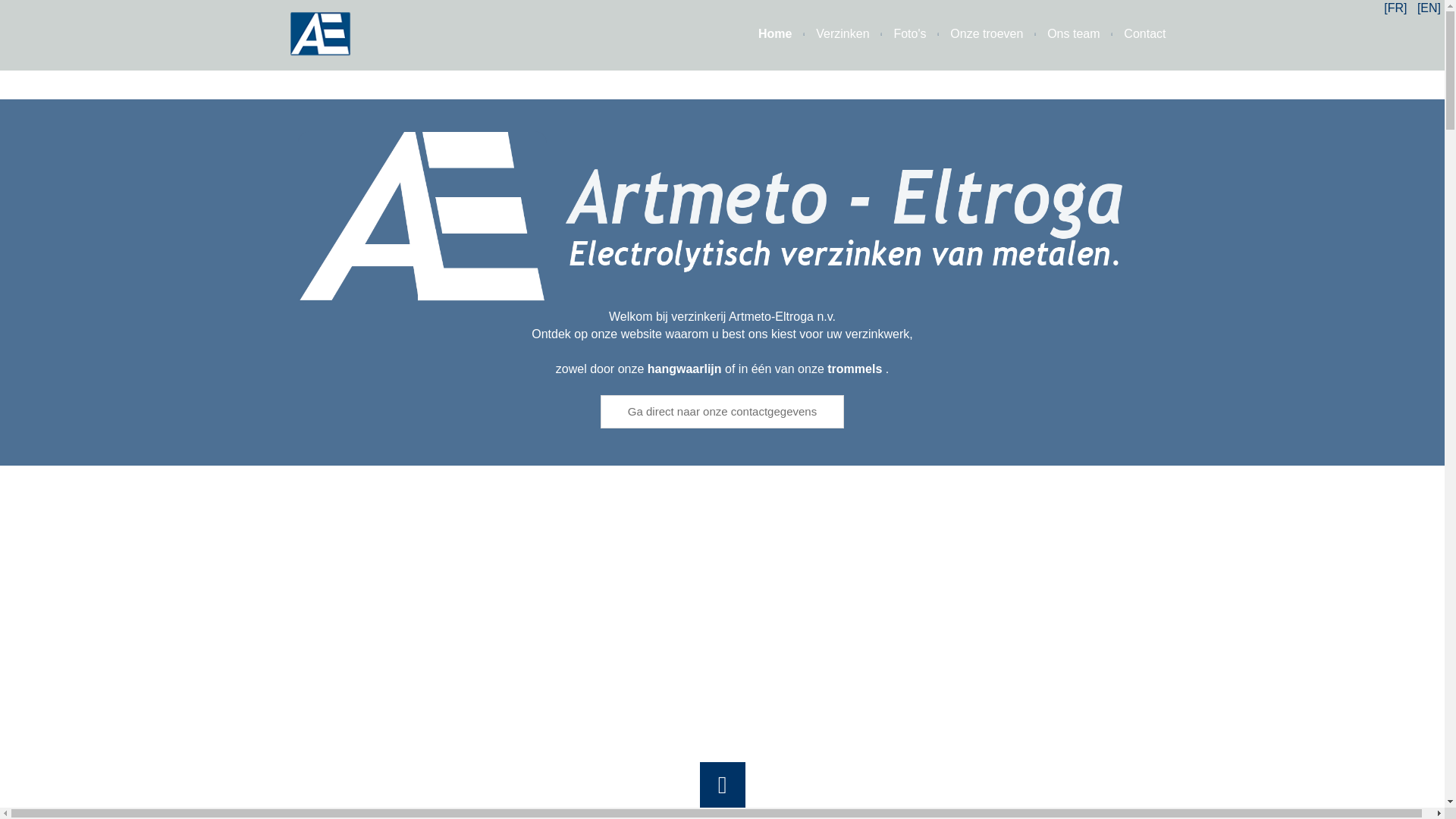 The image size is (1456, 819). I want to click on '[EN]', so click(1428, 8).